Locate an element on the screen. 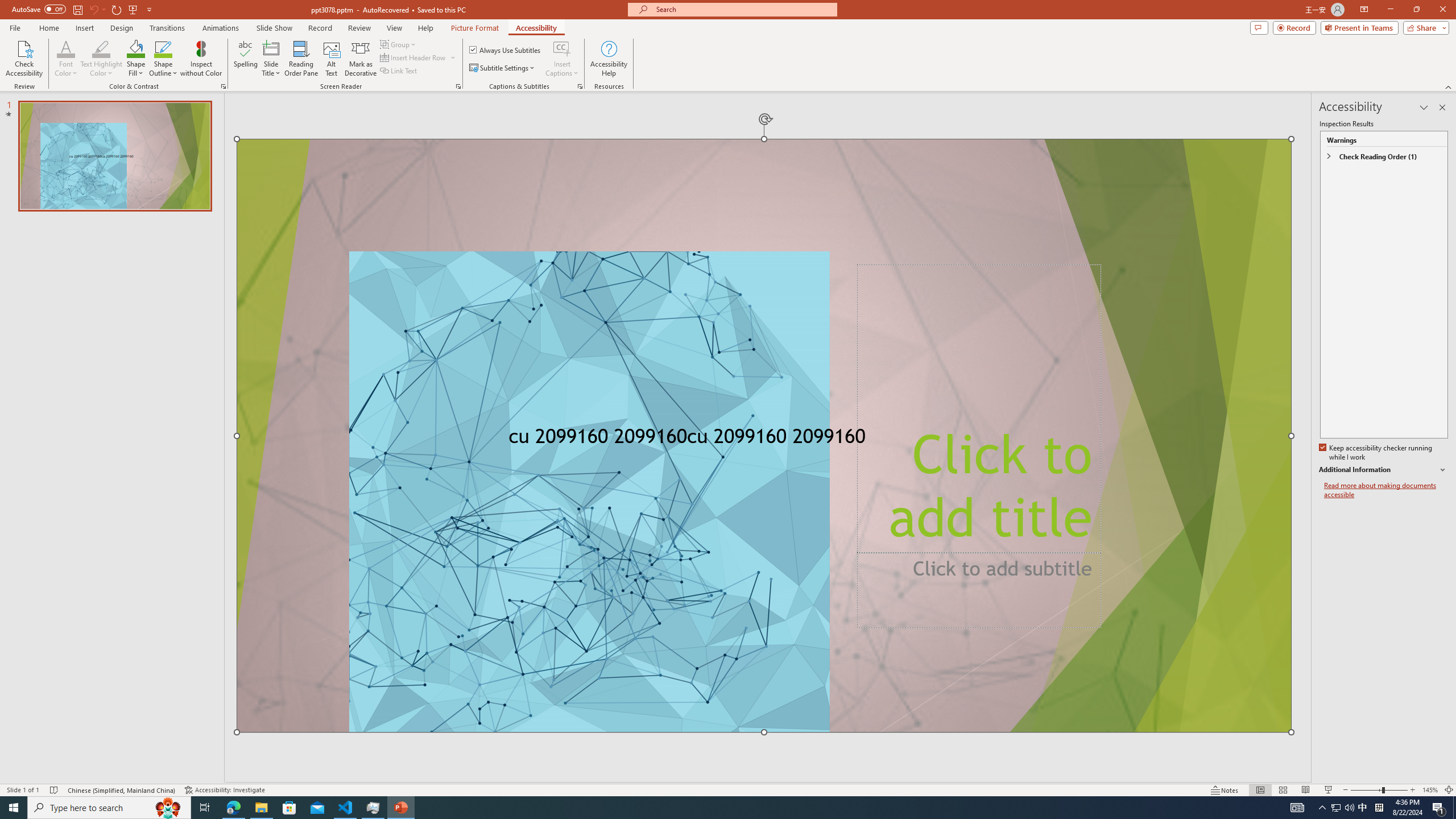 This screenshot has height=819, width=1456. 'Subtitle Settings' is located at coordinates (503, 67).